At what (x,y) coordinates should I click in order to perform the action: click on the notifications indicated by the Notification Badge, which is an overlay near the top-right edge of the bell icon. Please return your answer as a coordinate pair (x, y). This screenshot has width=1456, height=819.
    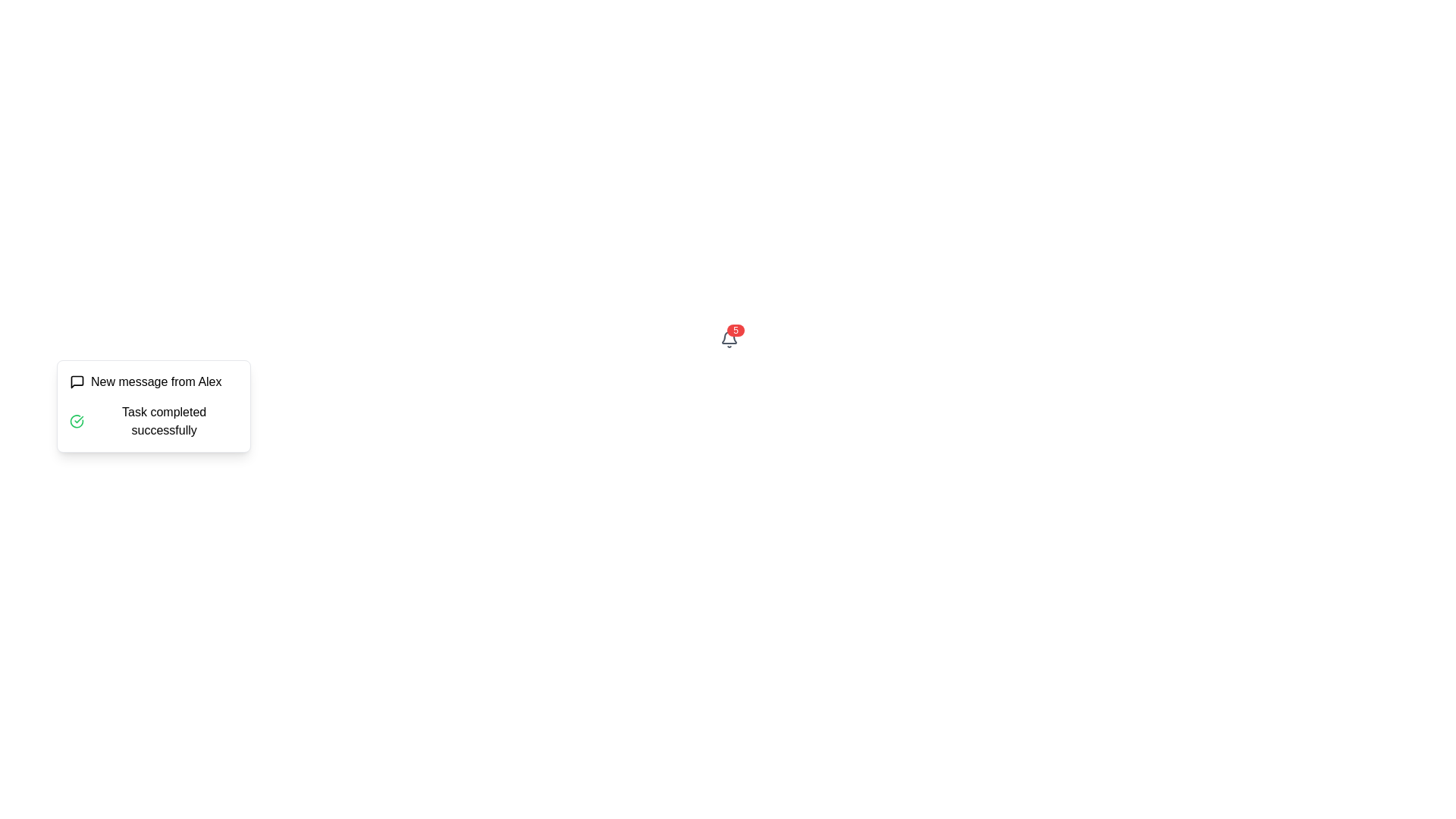
    Looking at the image, I should click on (736, 329).